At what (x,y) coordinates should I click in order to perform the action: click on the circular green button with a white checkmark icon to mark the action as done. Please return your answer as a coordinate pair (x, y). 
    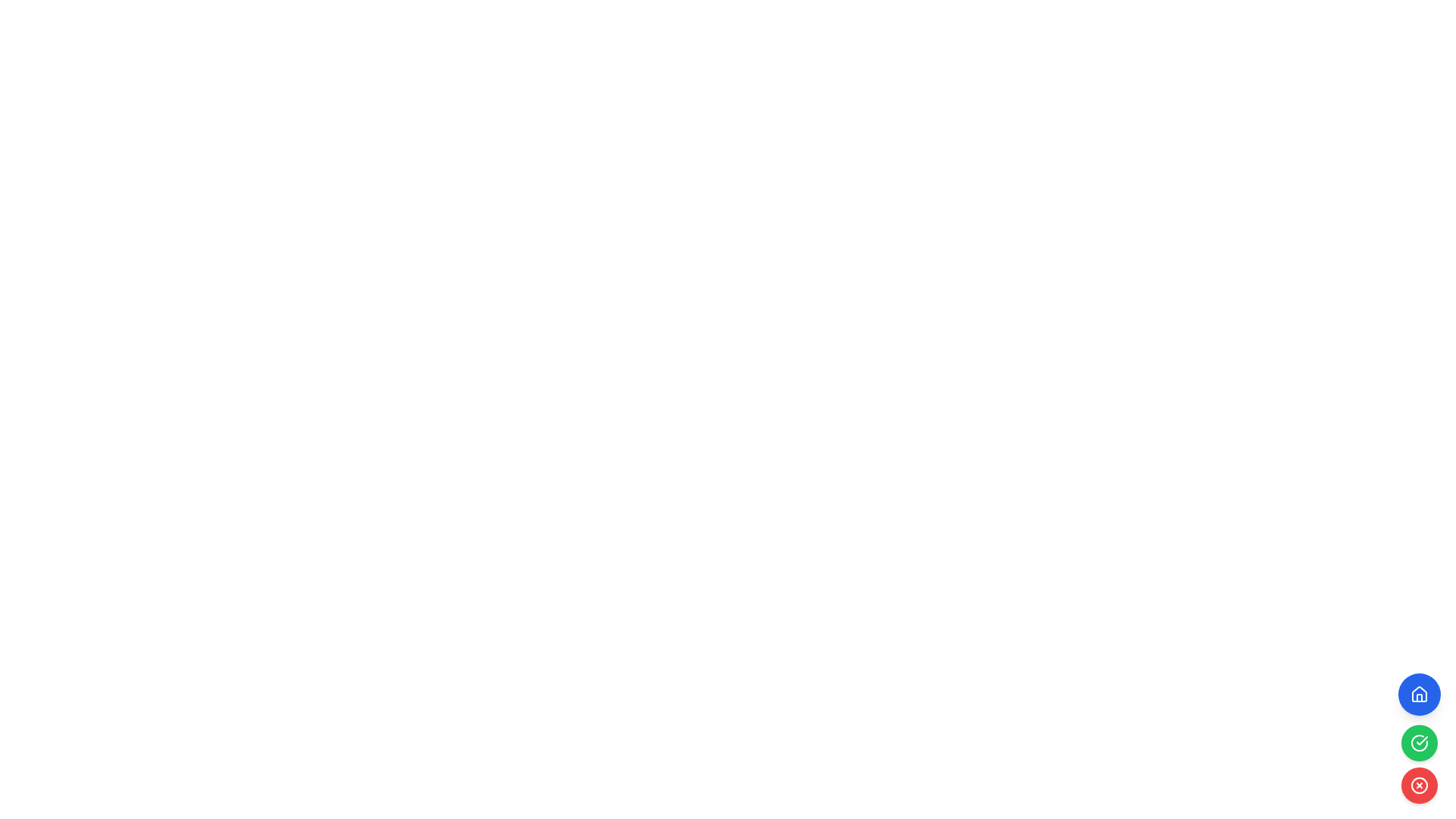
    Looking at the image, I should click on (1419, 742).